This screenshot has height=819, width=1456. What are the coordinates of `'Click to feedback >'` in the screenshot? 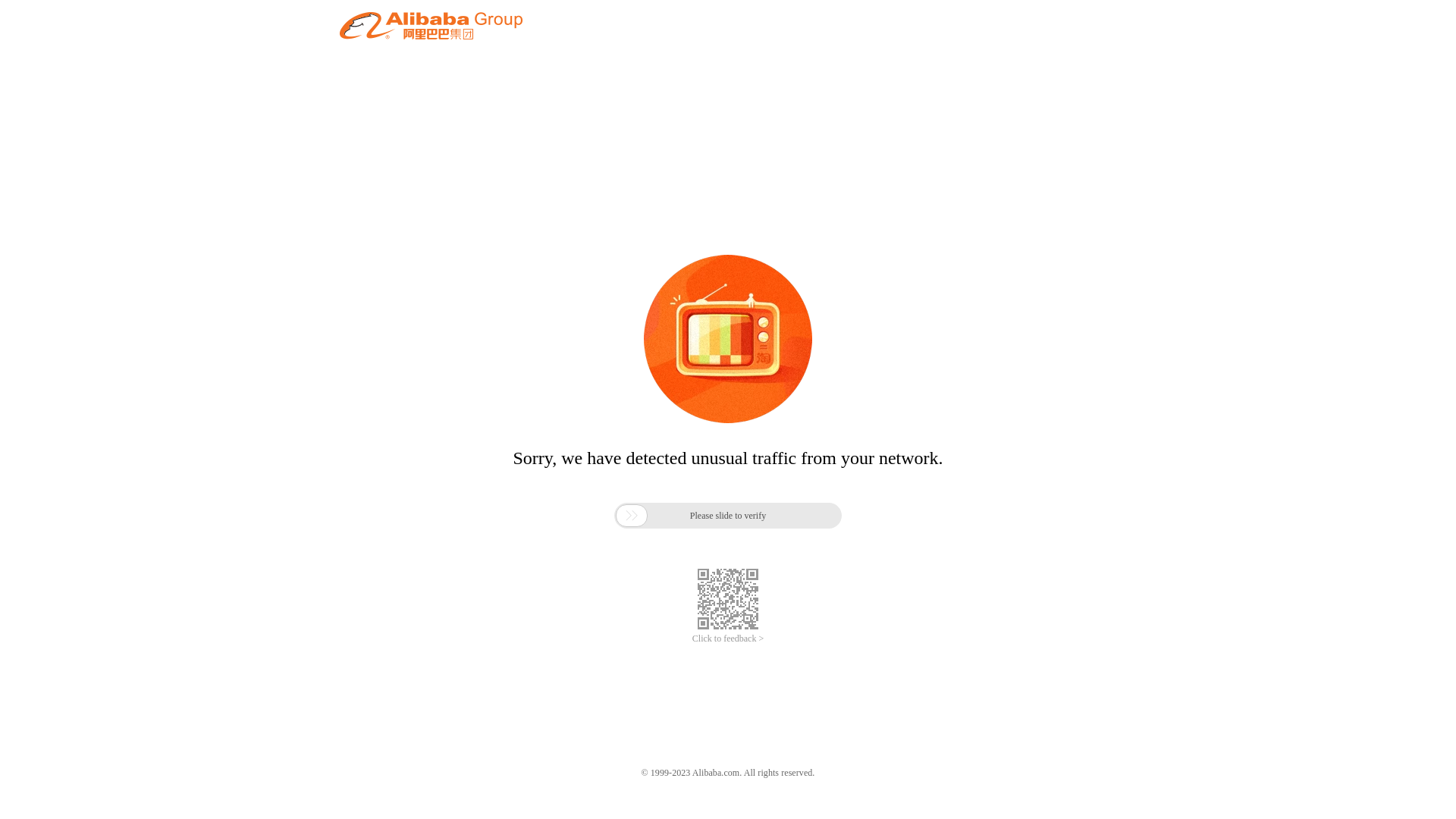 It's located at (691, 639).